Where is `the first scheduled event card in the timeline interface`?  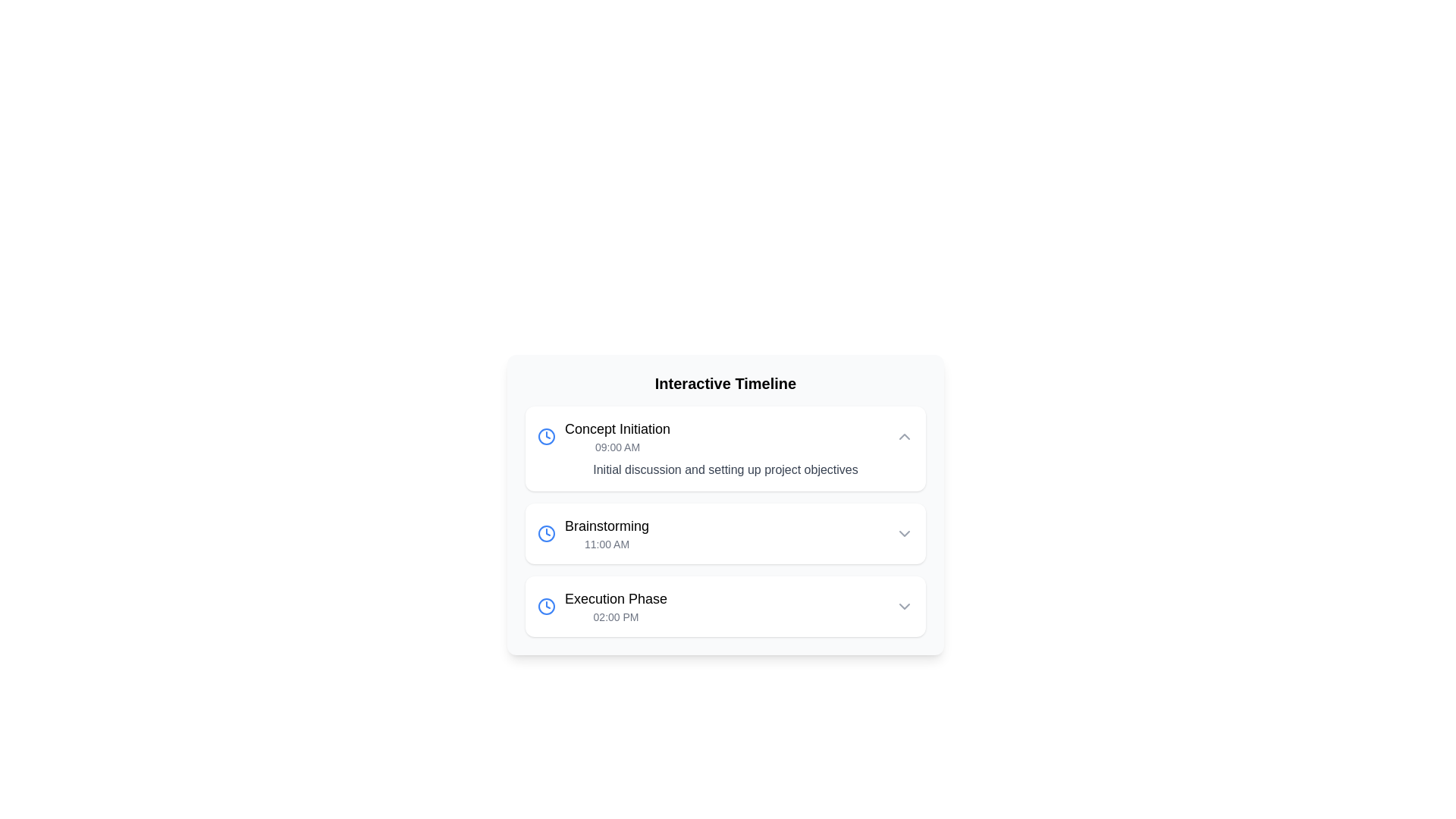 the first scheduled event card in the timeline interface is located at coordinates (724, 447).